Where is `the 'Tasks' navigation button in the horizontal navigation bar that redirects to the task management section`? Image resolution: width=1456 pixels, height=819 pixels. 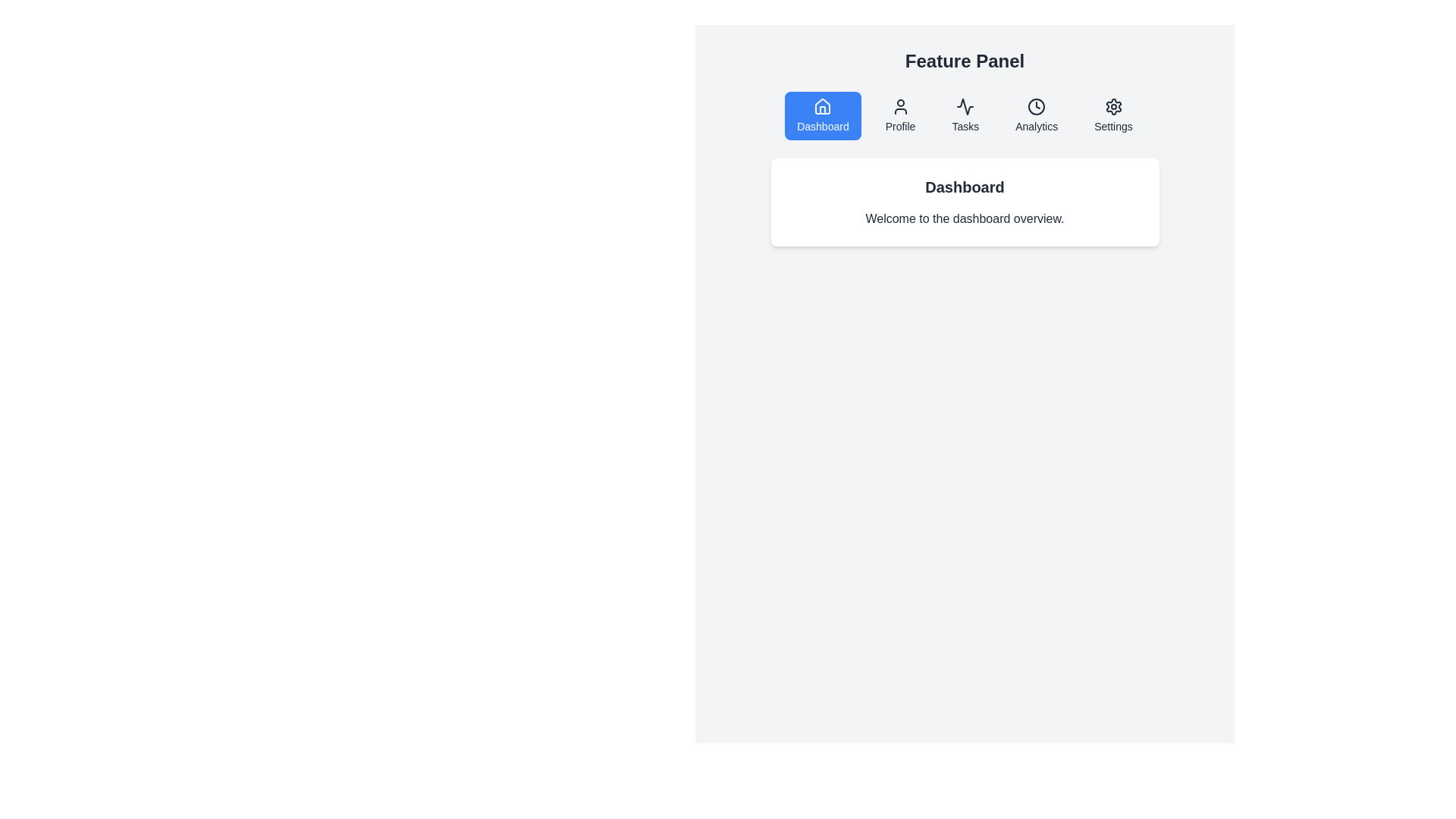
the 'Tasks' navigation button in the horizontal navigation bar that redirects to the task management section is located at coordinates (965, 115).